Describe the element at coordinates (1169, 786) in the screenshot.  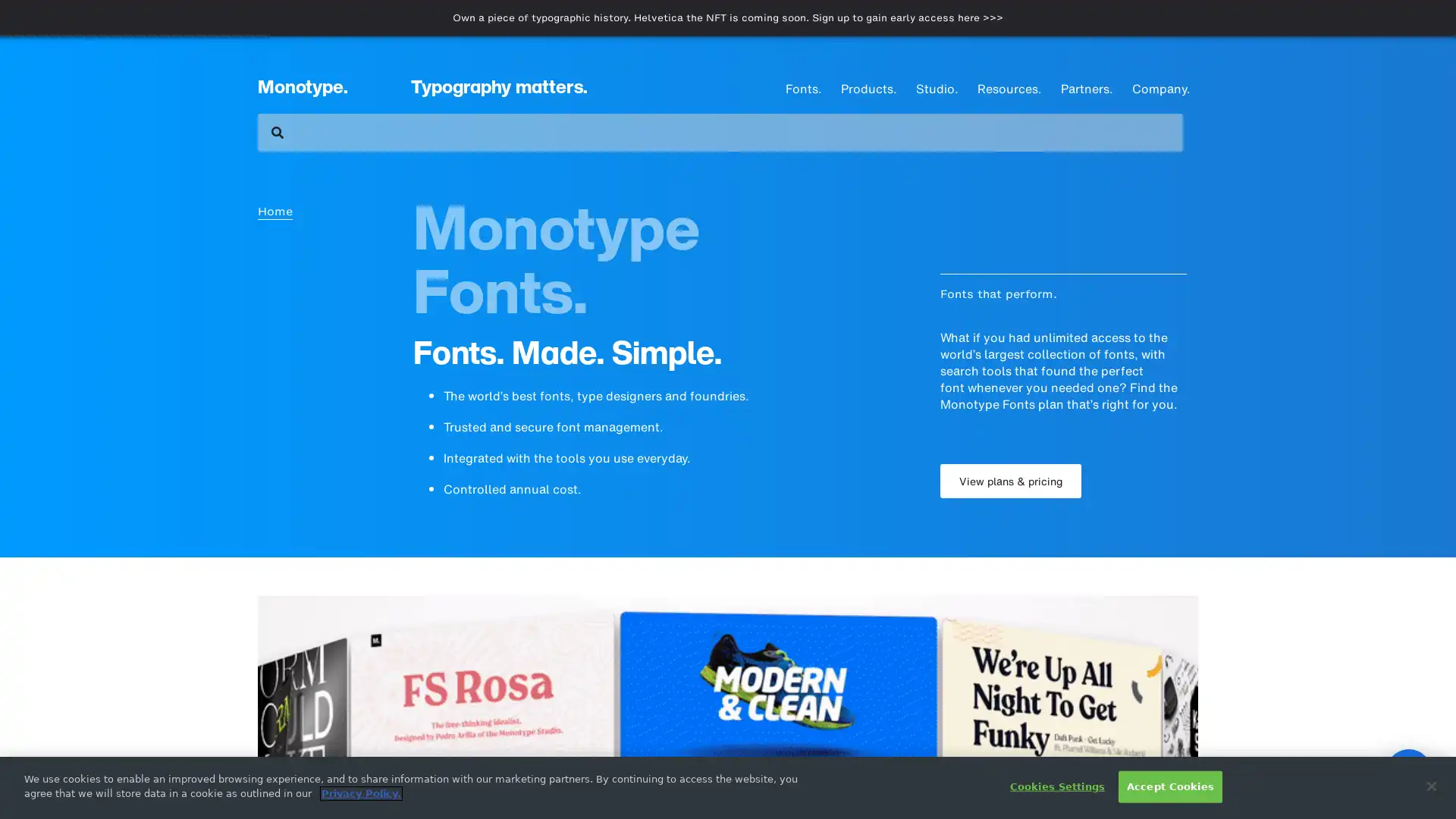
I see `Accept Cookies` at that location.